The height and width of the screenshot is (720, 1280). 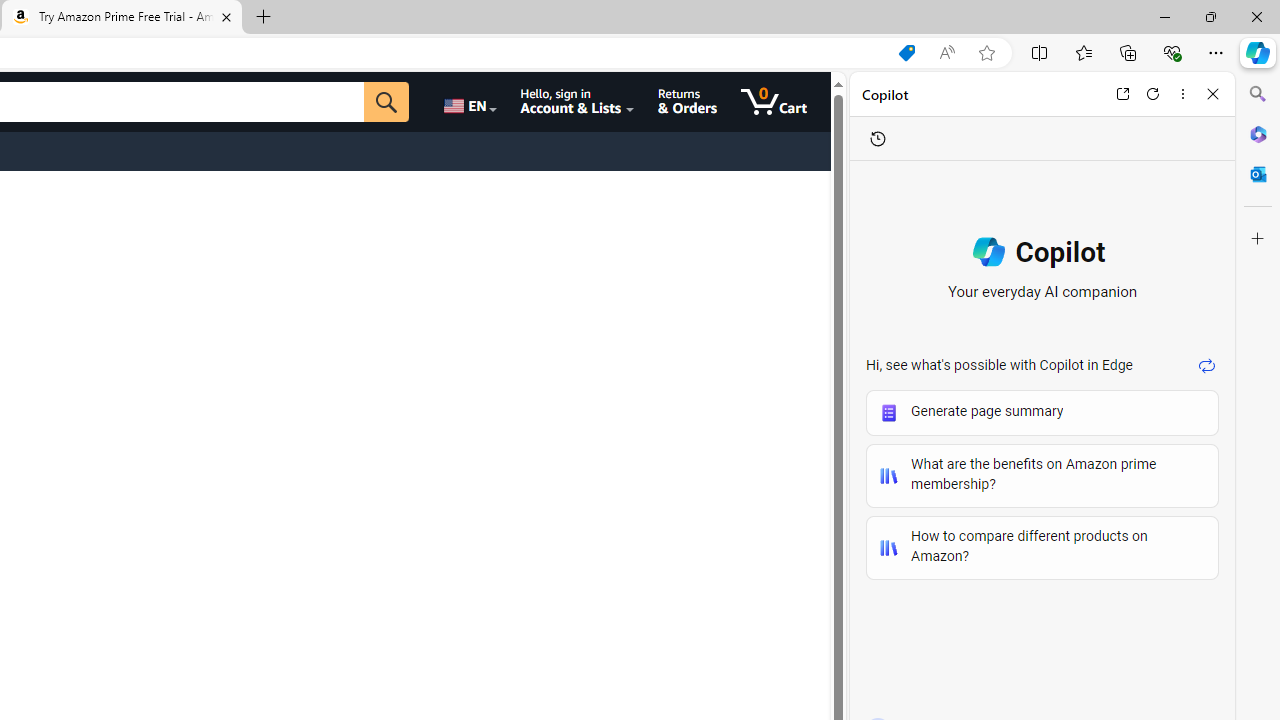 What do you see at coordinates (773, 101) in the screenshot?
I see `'0 items in cart'` at bounding box center [773, 101].